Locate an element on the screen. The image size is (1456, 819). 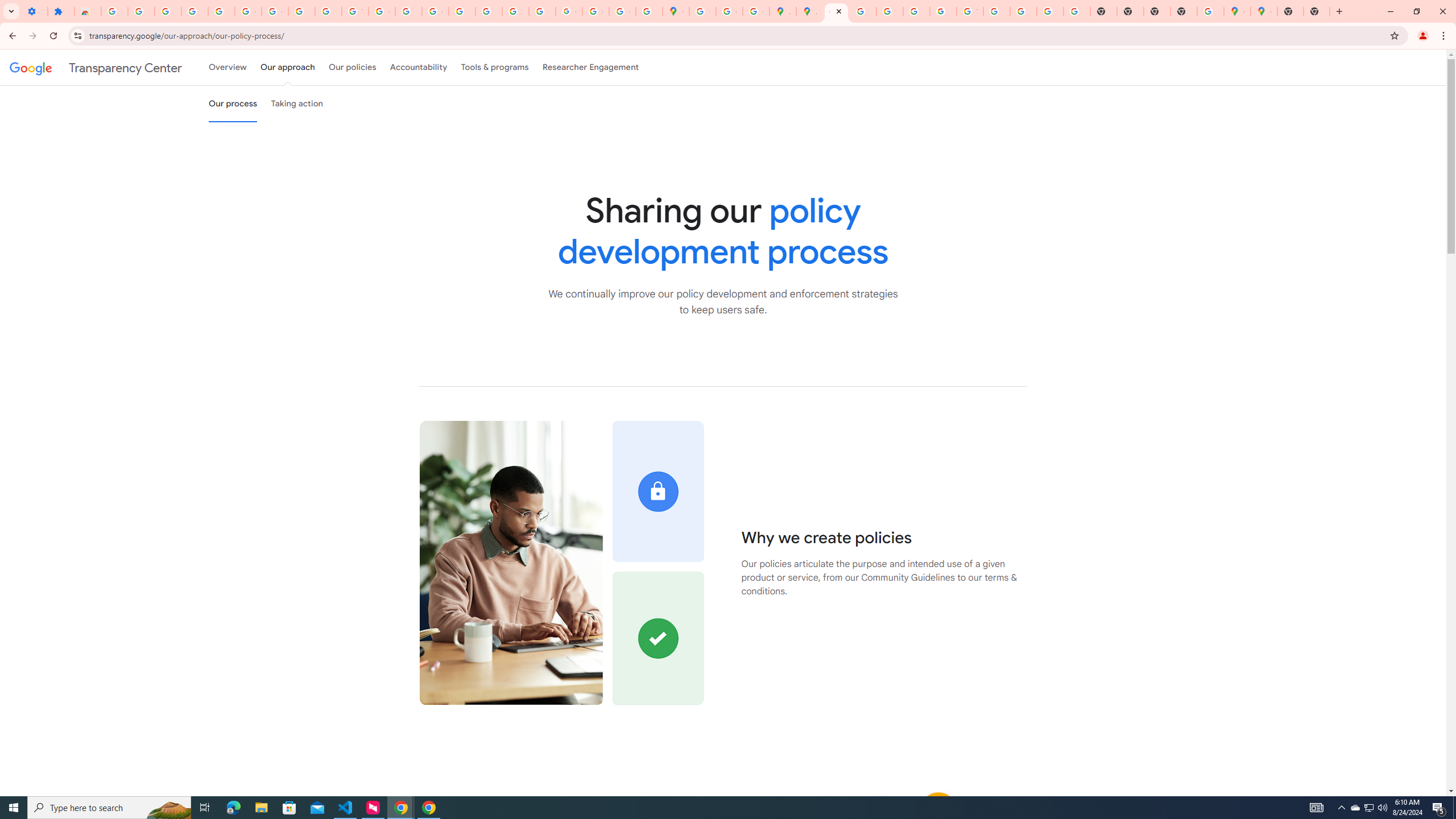
'Tools & programs' is located at coordinates (494, 67).